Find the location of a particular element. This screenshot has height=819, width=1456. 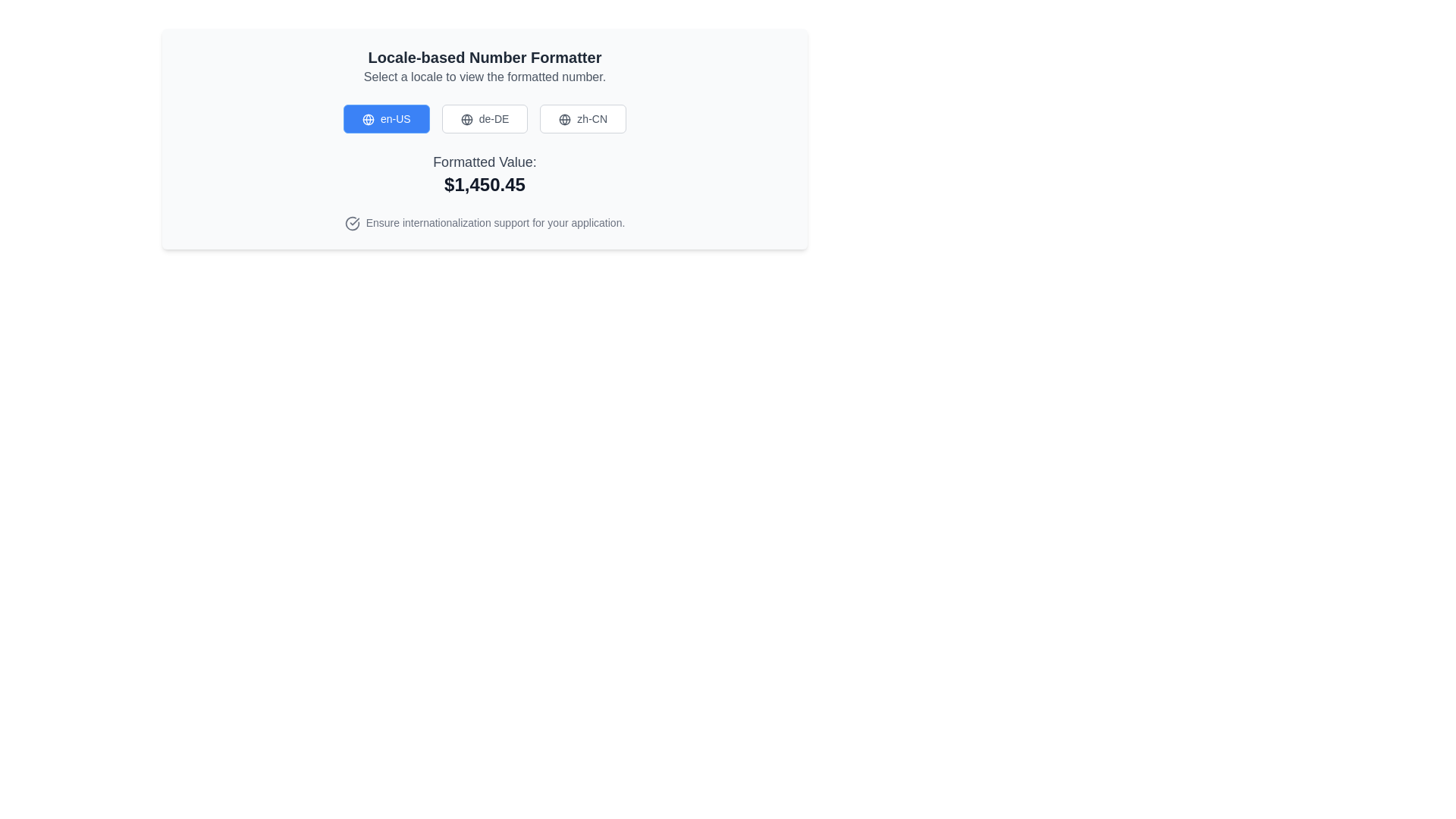

the decorative SVG circle representing the globe icon, which is not interactive but indicates locale selection functionality is located at coordinates (466, 119).